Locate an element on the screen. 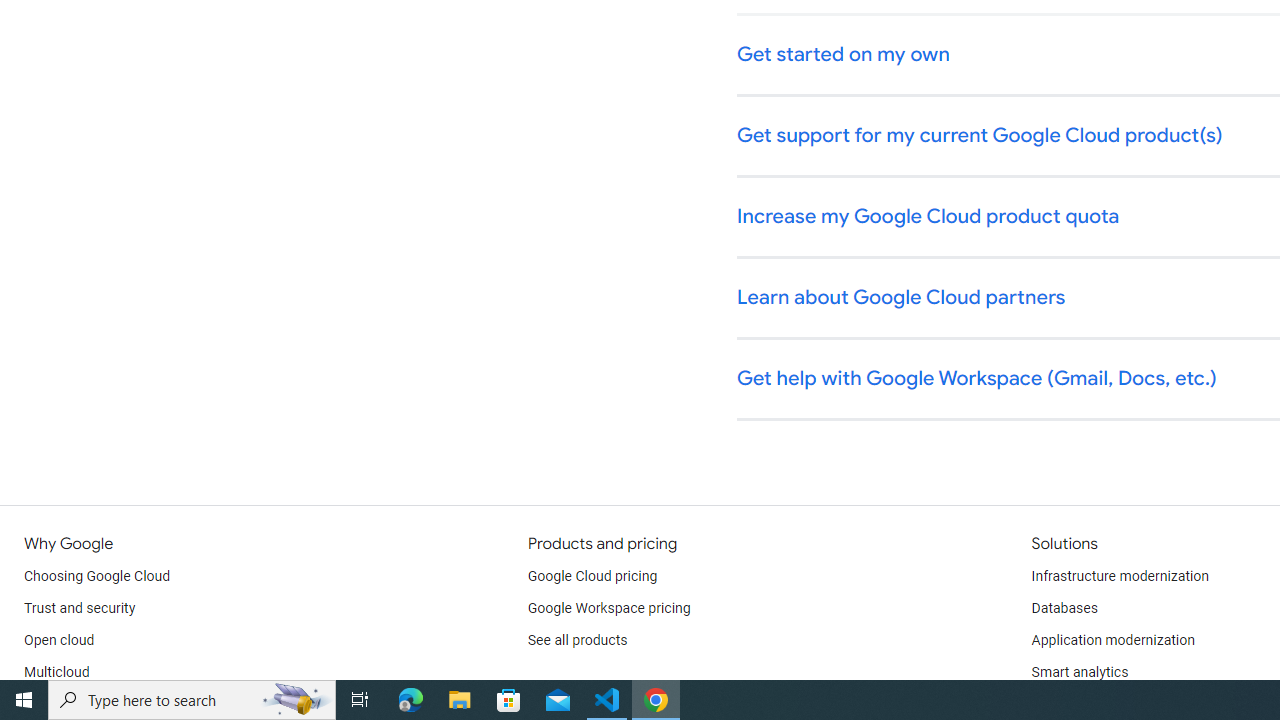 The width and height of the screenshot is (1280, 720). 'Infrastructure modernization' is located at coordinates (1120, 577).